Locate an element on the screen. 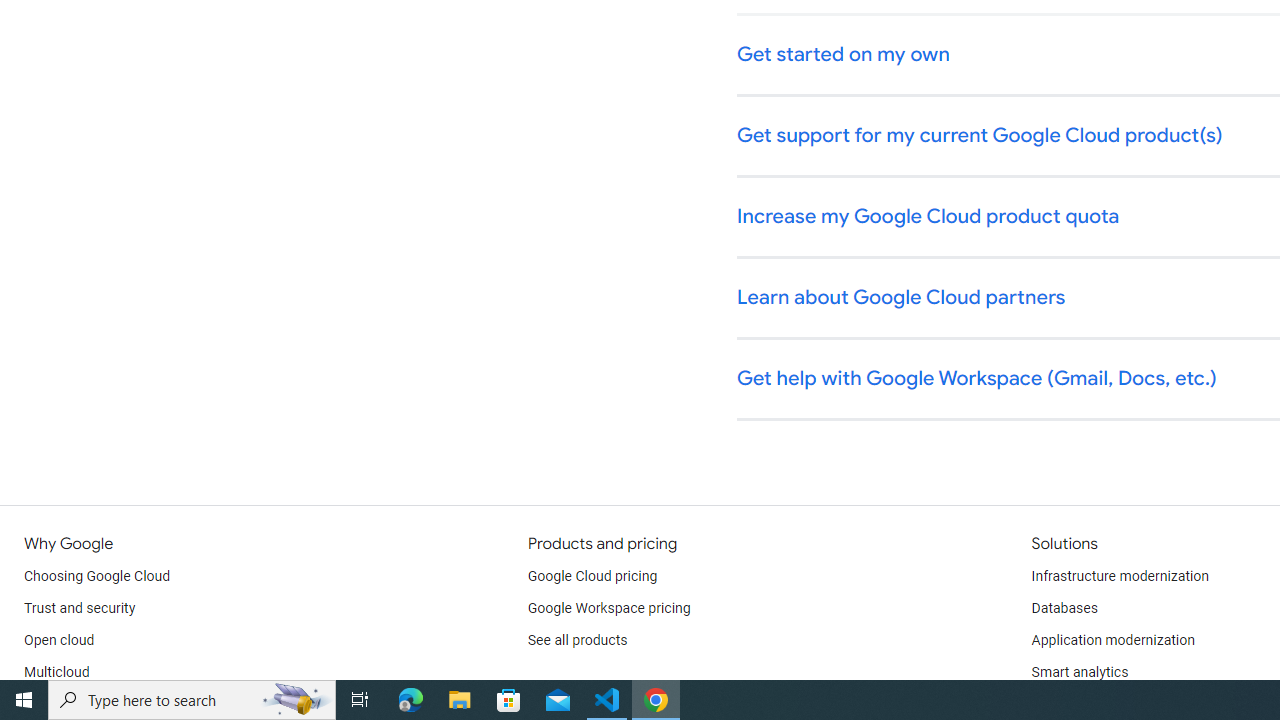 The width and height of the screenshot is (1280, 720). 'Infrastructure modernization' is located at coordinates (1120, 577).